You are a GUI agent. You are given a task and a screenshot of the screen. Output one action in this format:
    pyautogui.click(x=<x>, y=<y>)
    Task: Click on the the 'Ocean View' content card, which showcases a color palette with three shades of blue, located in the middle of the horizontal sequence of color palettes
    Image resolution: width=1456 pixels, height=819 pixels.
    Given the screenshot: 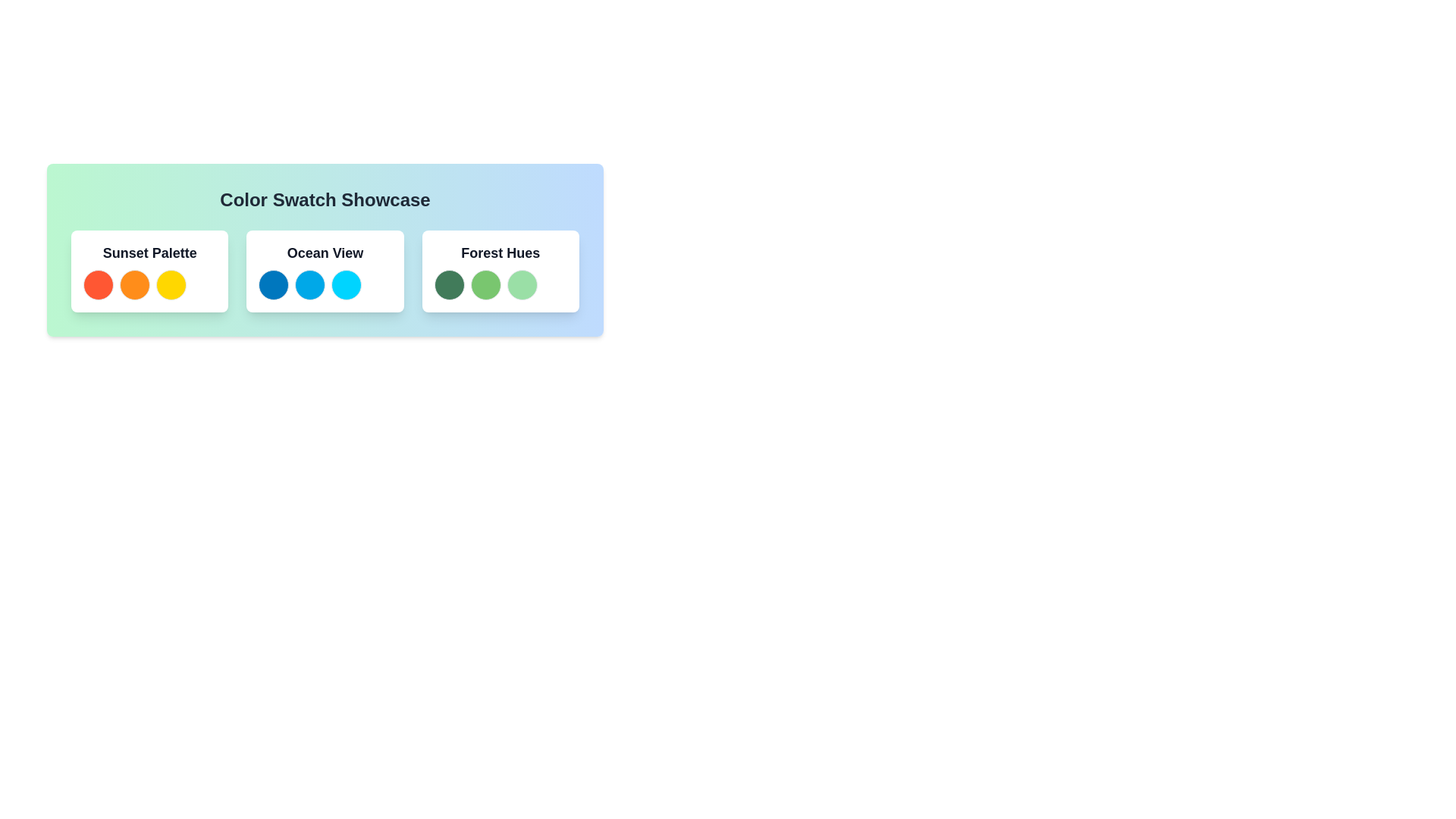 What is the action you would take?
    pyautogui.click(x=324, y=271)
    